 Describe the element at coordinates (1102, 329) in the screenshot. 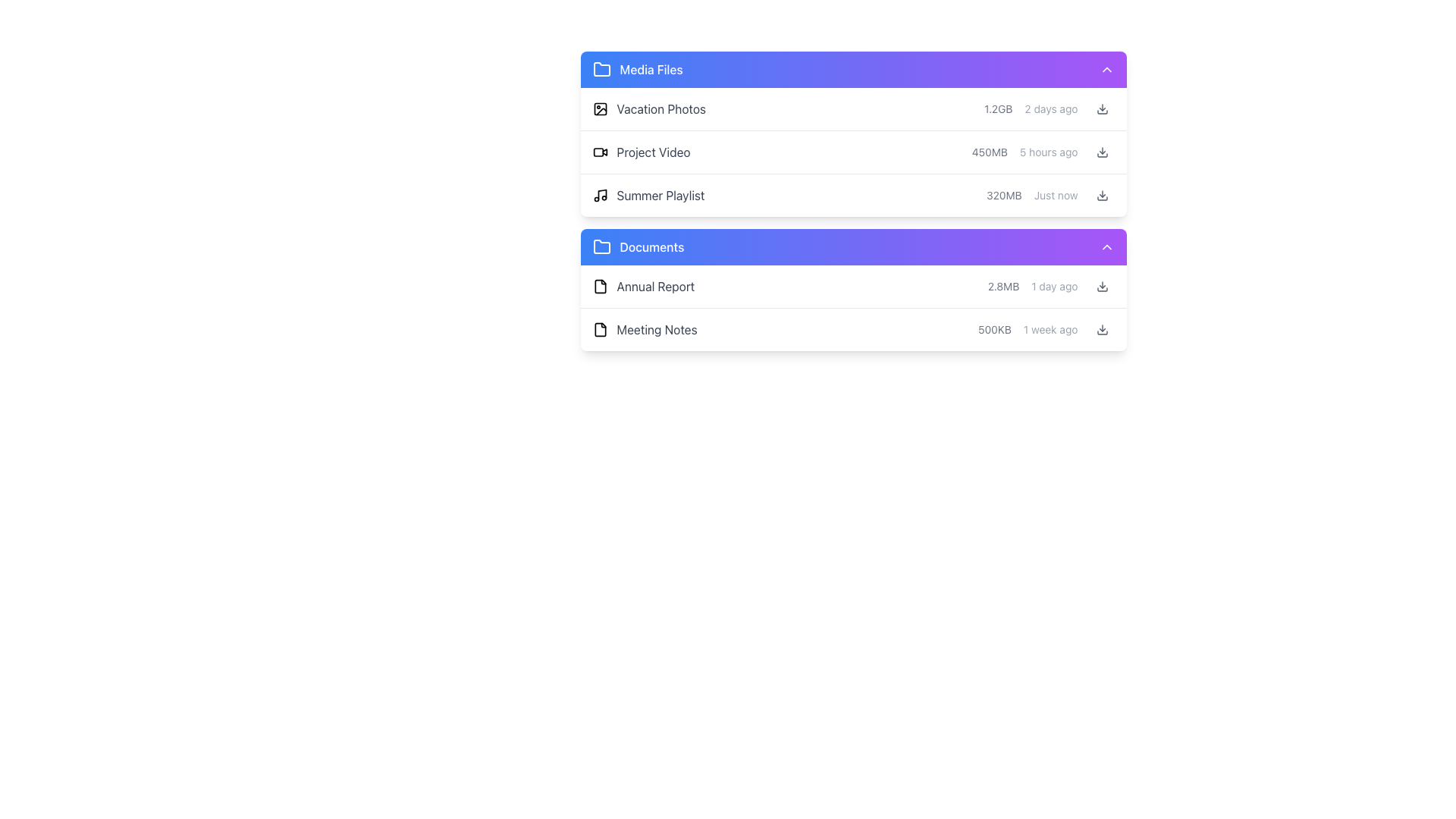

I see `the circular button with a downward-facing arrow icon, located to the far right of the row containing '500KB' and '1 week ago', to initiate a download` at that location.